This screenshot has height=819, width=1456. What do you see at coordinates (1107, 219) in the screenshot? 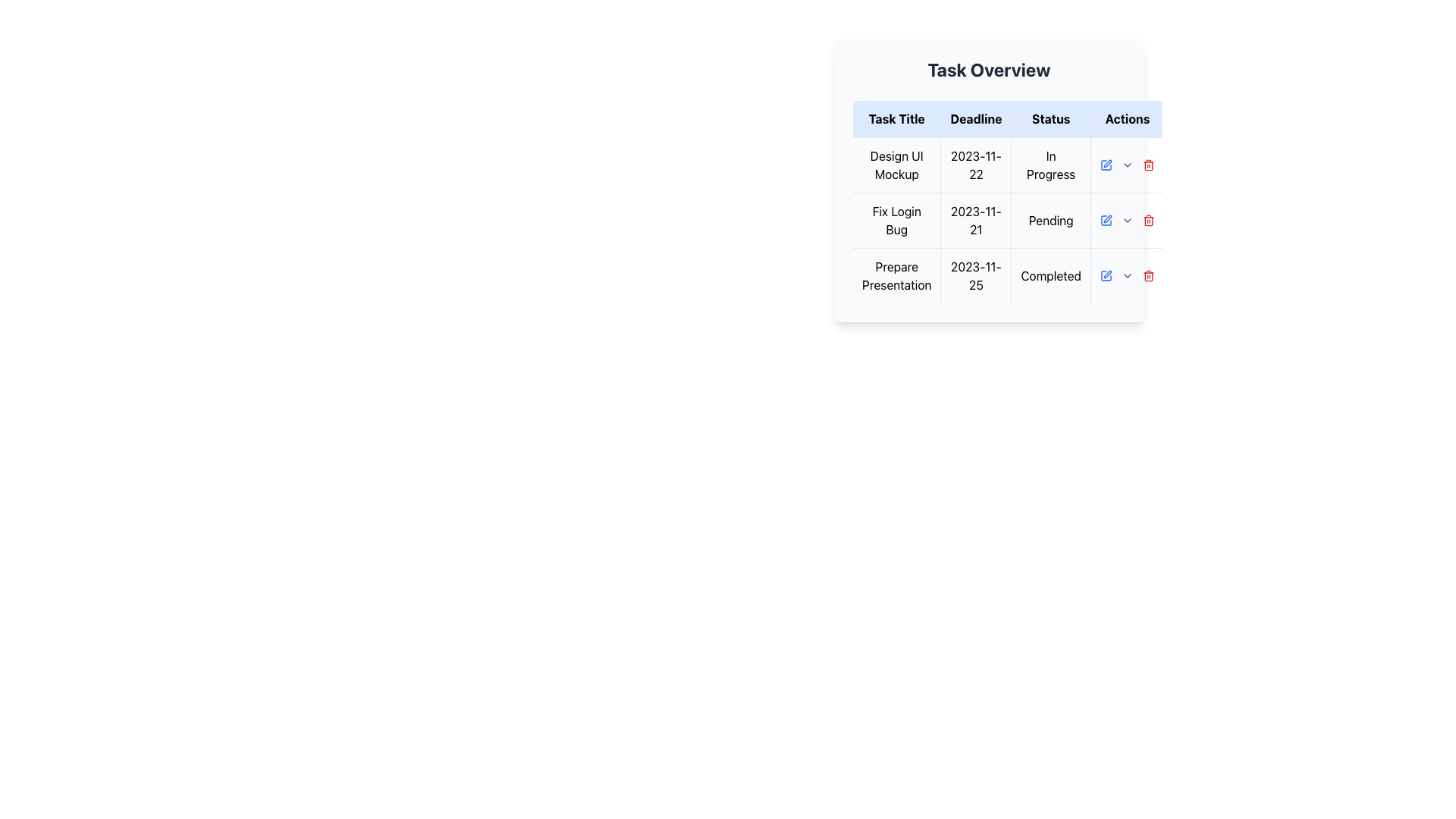
I see `the pen-shaped SVG icon located in the 'Actions' column of the second row, adjacent to the 'Fix Login Bug' task` at bounding box center [1107, 219].